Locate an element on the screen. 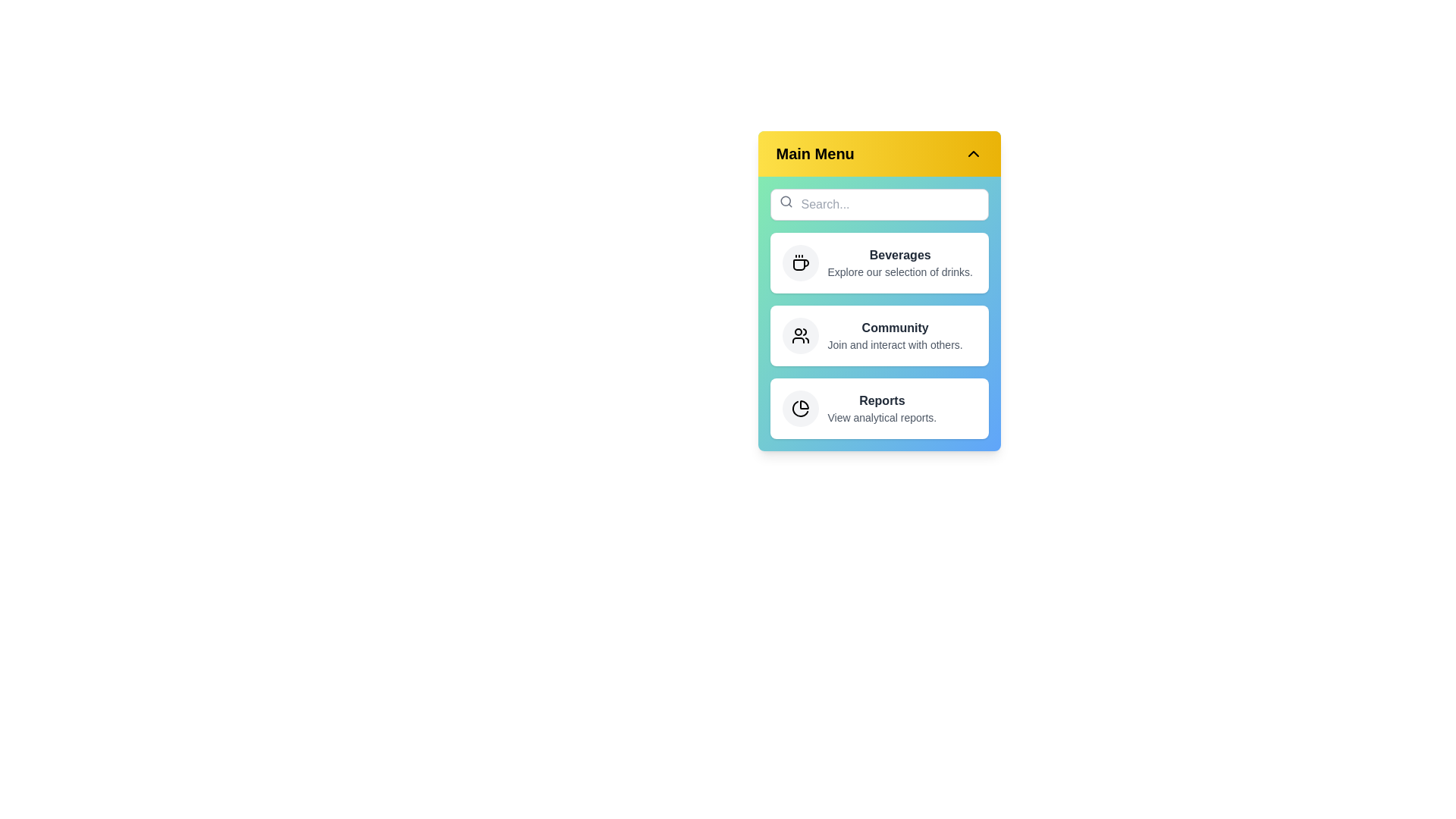 This screenshot has width=1456, height=819. the menu item Reports to view its details is located at coordinates (879, 408).